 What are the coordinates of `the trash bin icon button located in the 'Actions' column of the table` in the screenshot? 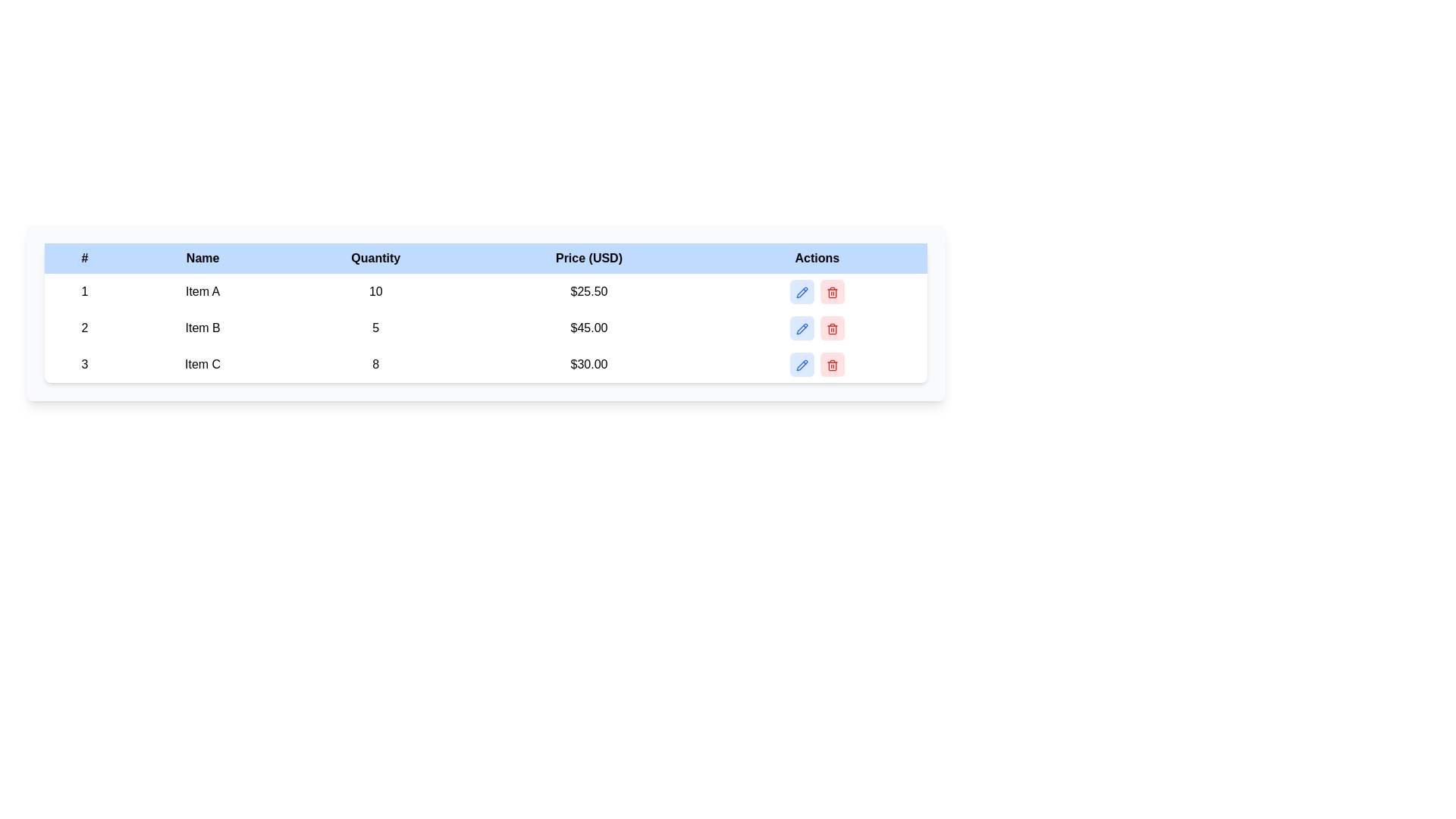 It's located at (831, 328).